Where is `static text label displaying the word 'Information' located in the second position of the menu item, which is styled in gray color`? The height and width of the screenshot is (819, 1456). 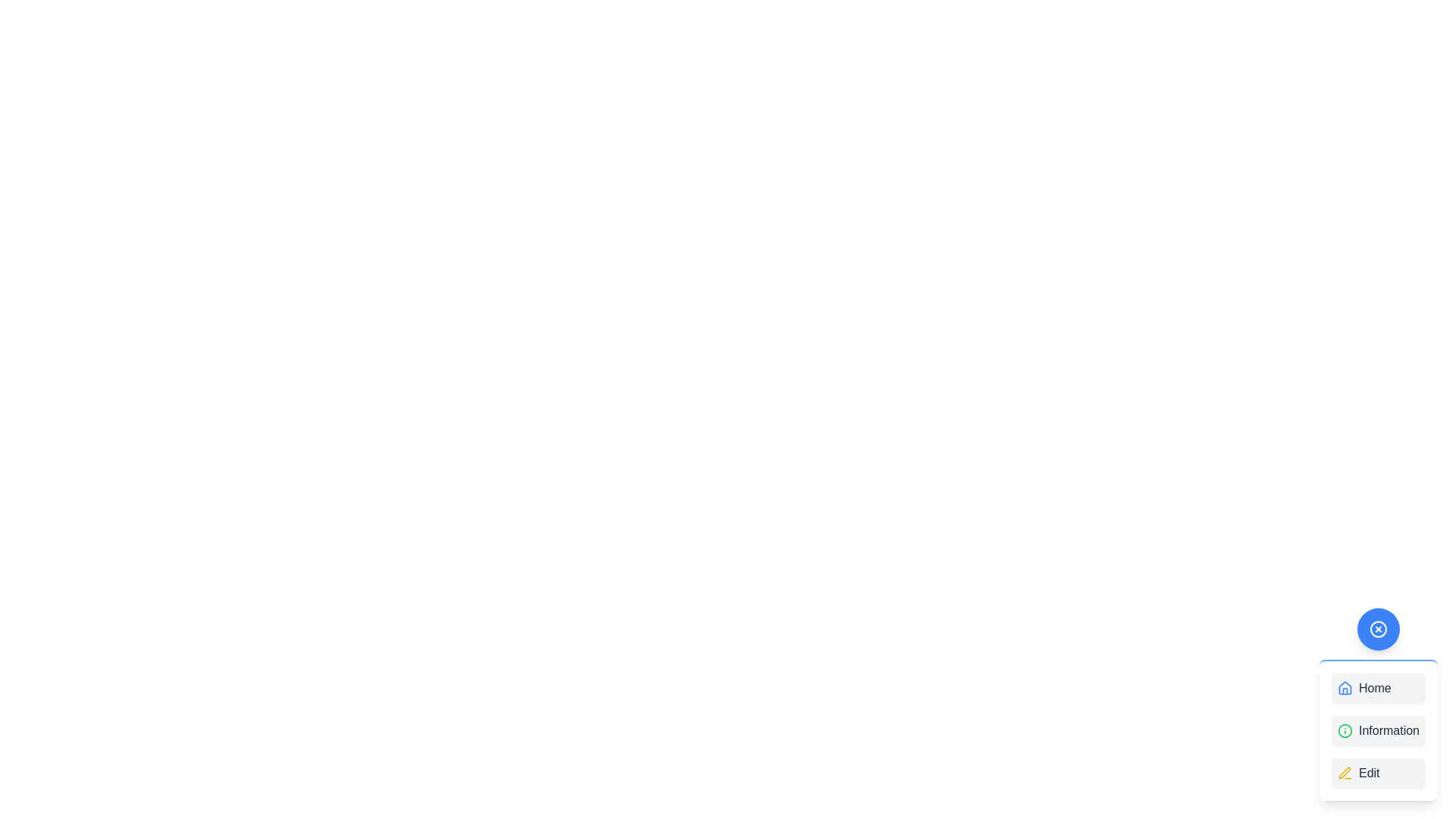
static text label displaying the word 'Information' located in the second position of the menu item, which is styled in gray color is located at coordinates (1389, 730).